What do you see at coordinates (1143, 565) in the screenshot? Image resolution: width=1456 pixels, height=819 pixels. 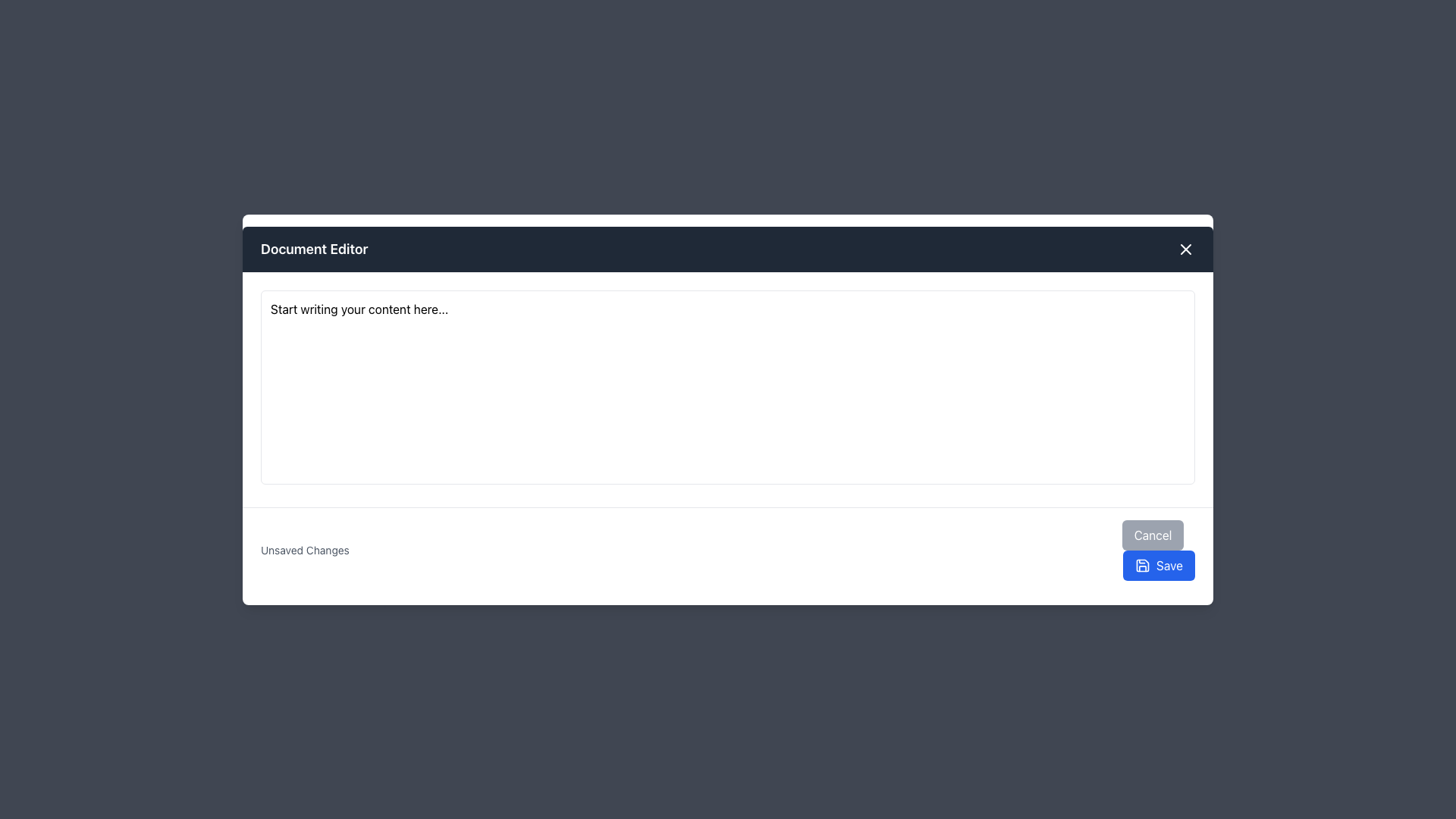 I see `the diskette-shaped save icon located inside the blue 'Save' button in the bottom-right corner of the interface` at bounding box center [1143, 565].